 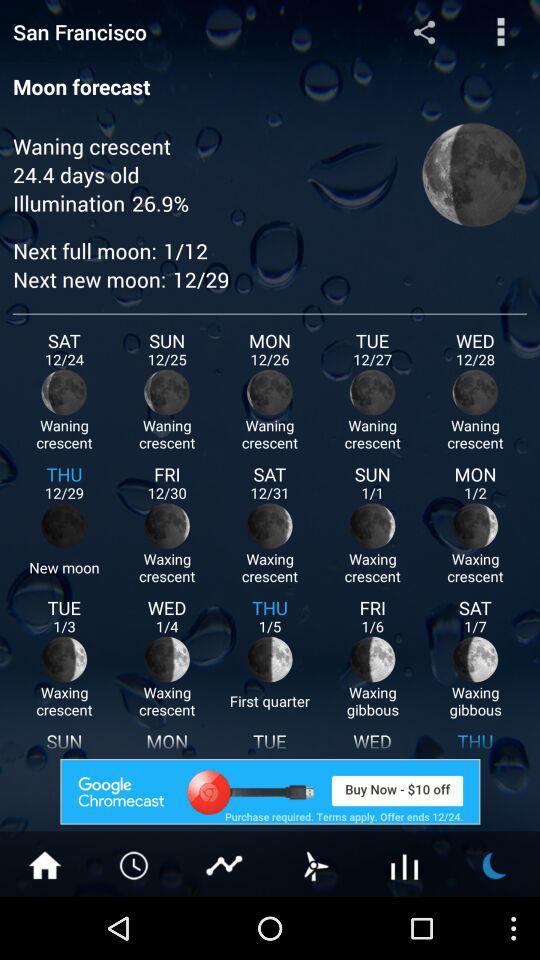 I want to click on adjust time, so click(x=135, y=863).